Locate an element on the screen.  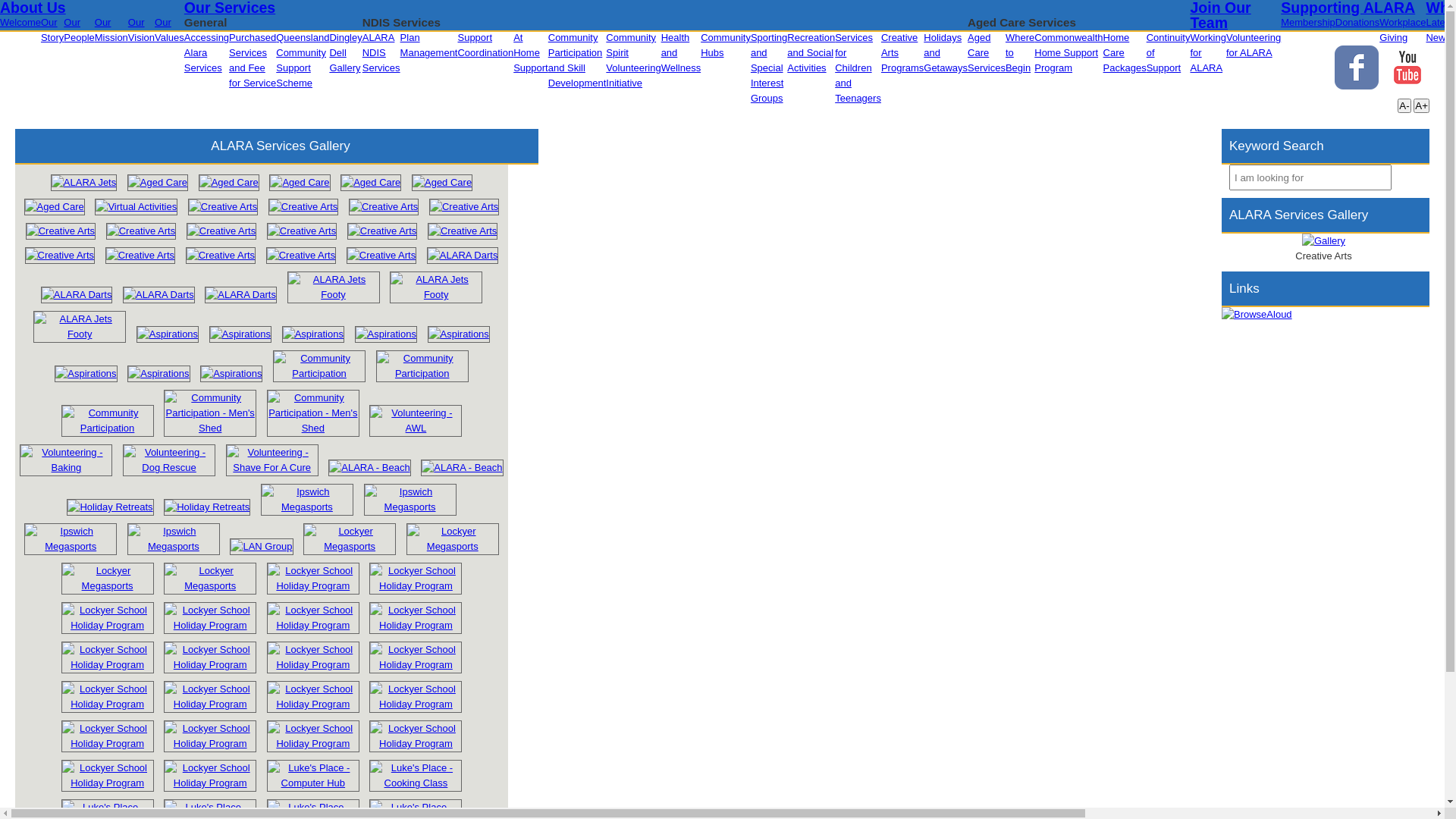
'Community Participation - Men's Shed' is located at coordinates (262, 428).